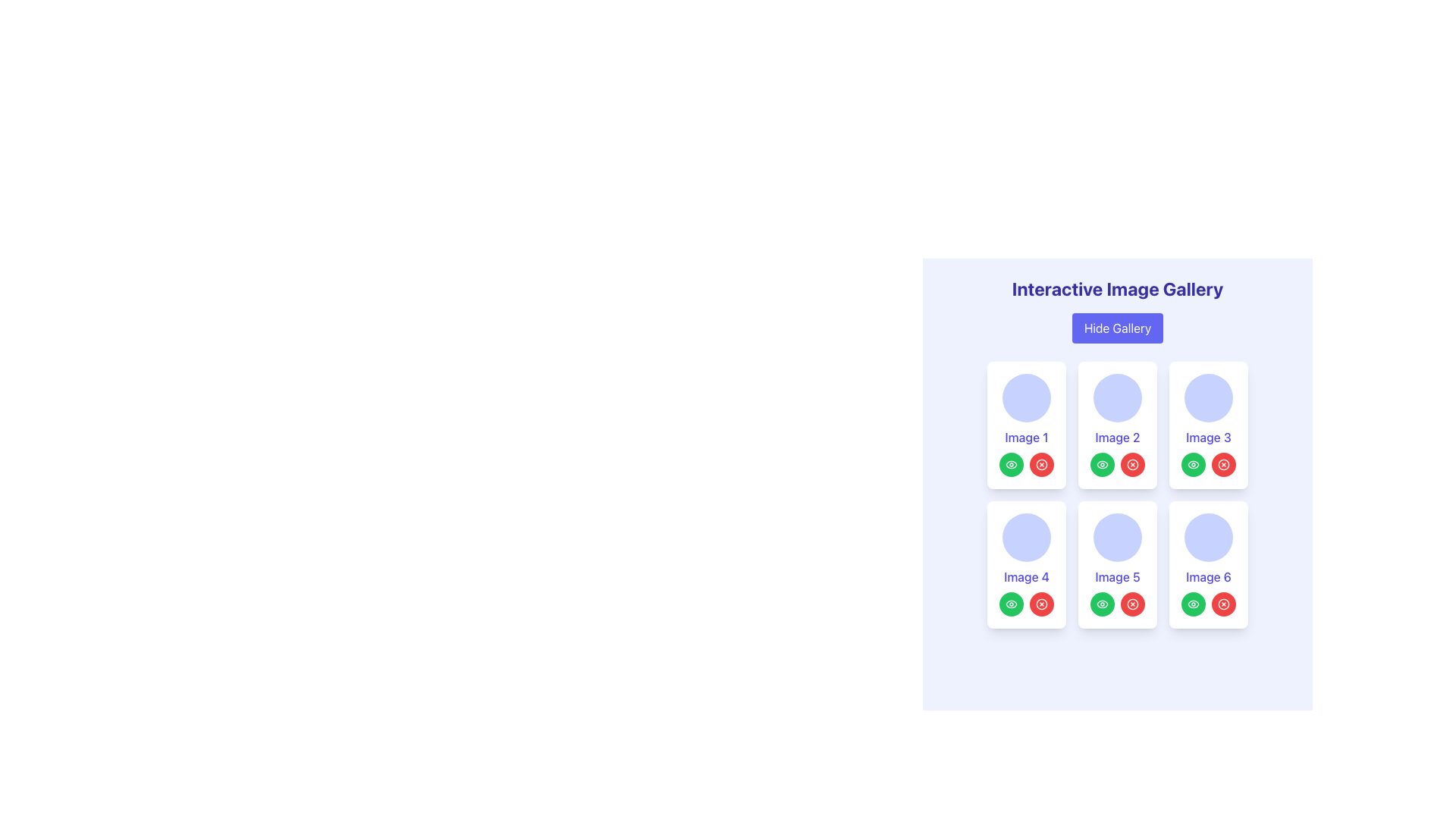 The image size is (1456, 819). Describe the element at coordinates (1103, 604) in the screenshot. I see `the 'view' icon button located in the control section of the card representing 'Image 5' in the 'Interactive Image Gallery'` at that location.